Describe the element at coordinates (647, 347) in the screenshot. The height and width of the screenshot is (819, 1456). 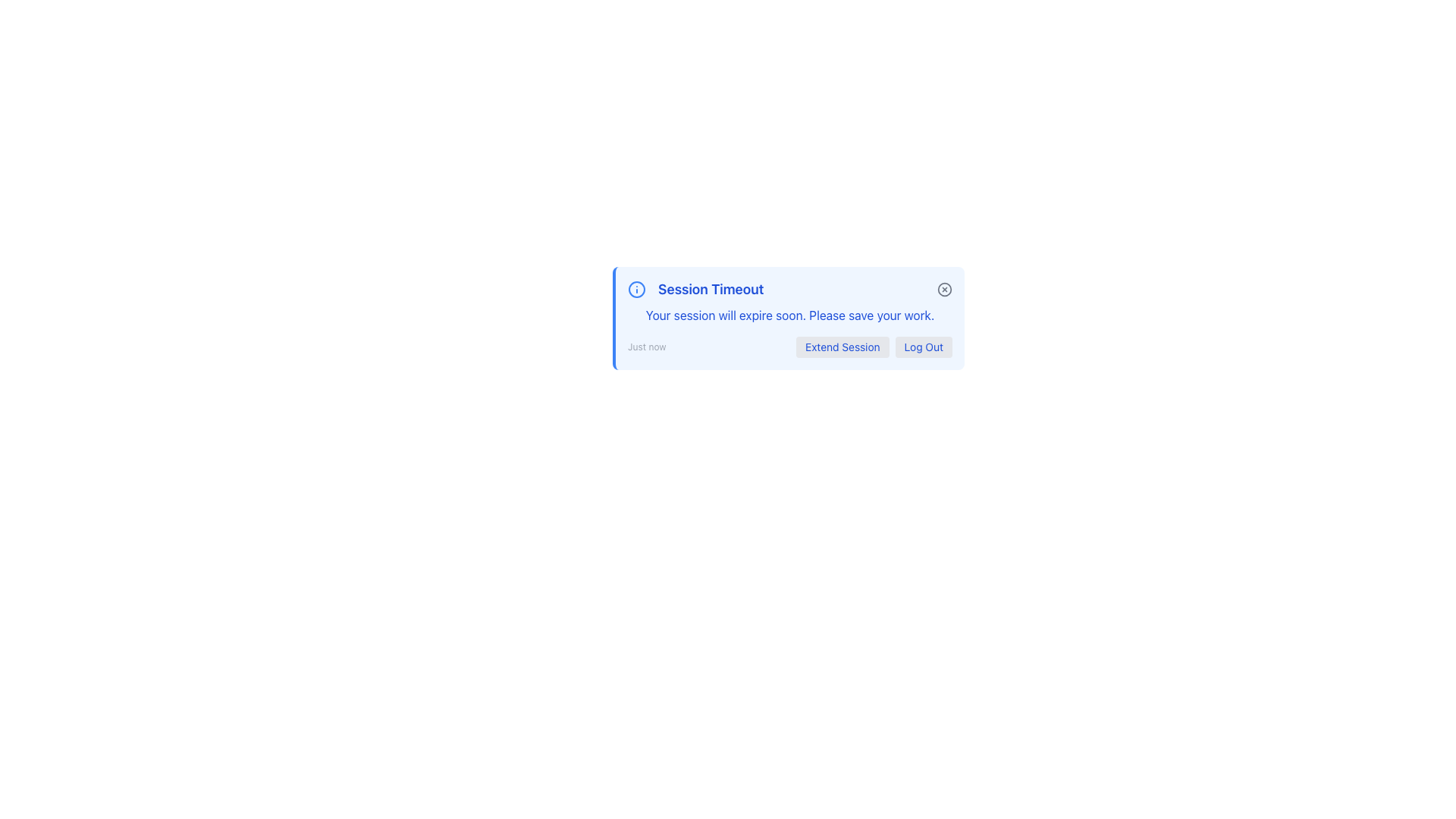
I see `the 'Just now' text label, which displays a timestamp in small, light gray sans-serif font, located in the bottom-left corner of the notification box` at that location.